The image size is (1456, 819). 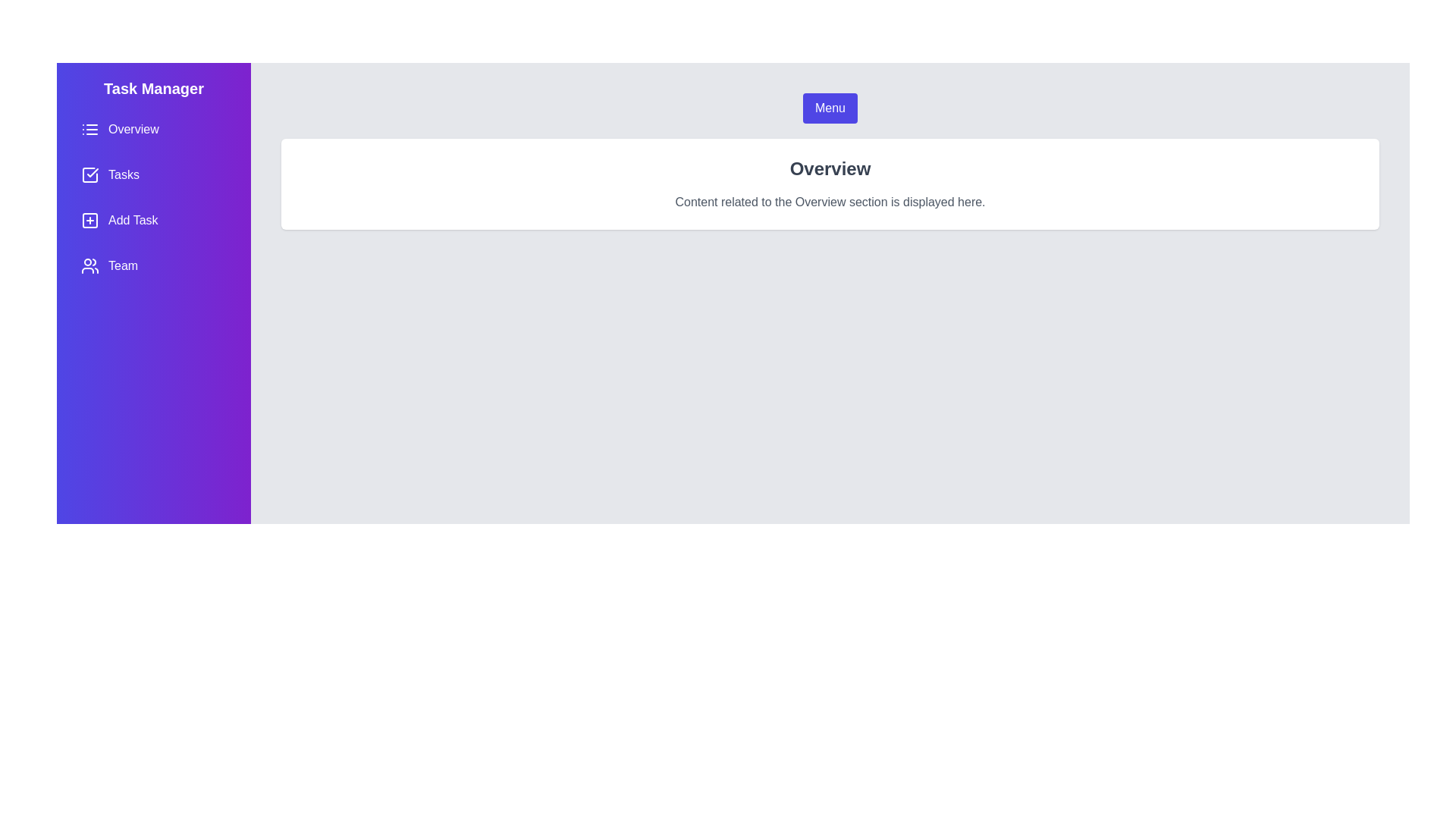 I want to click on the sidebar entry labeled Tasks to navigate to that section, so click(x=153, y=174).